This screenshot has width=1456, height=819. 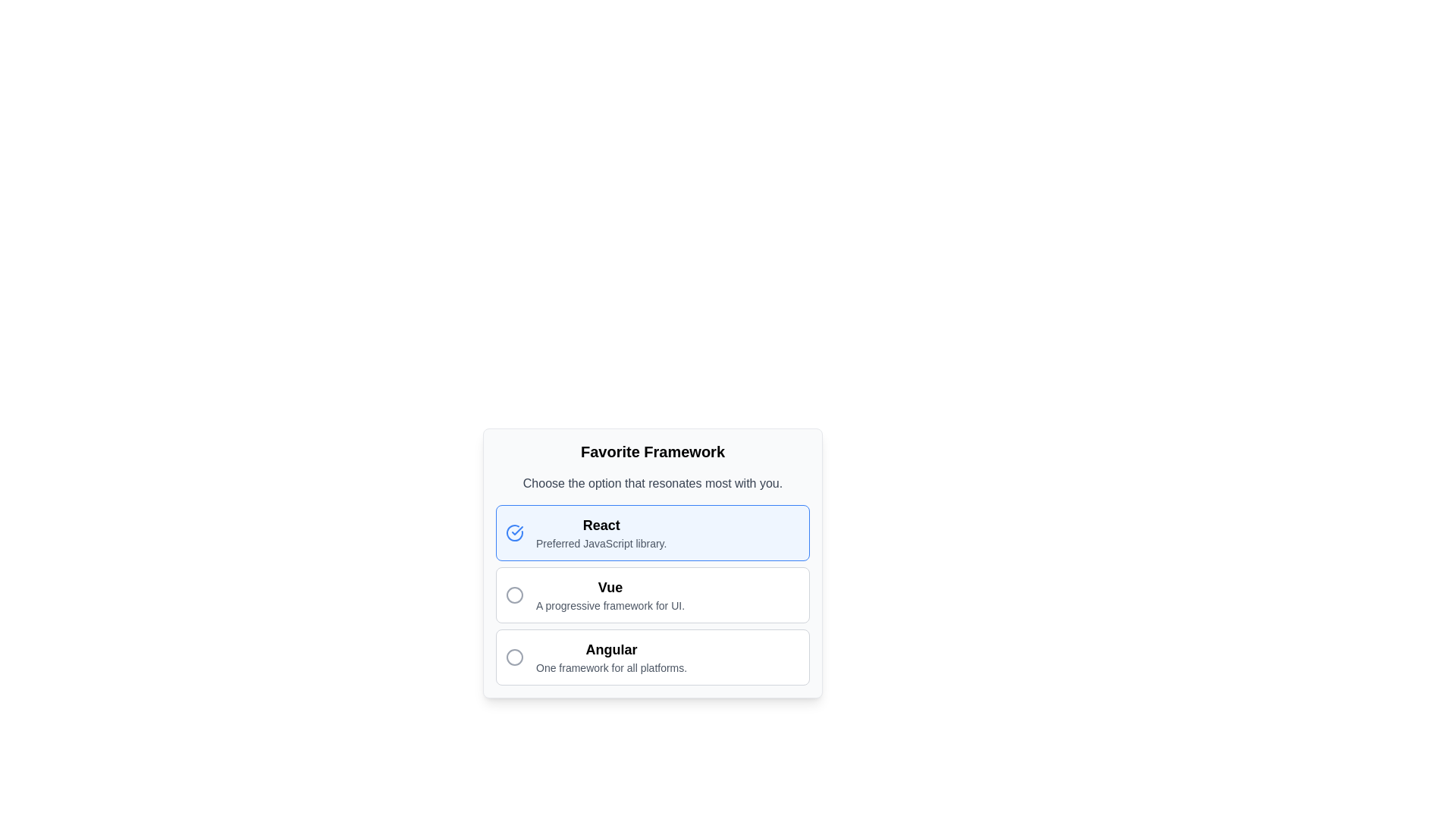 I want to click on the selection marker icon representing the 'Angular' option in the 'Favorite Framework' selection menu, so click(x=514, y=657).